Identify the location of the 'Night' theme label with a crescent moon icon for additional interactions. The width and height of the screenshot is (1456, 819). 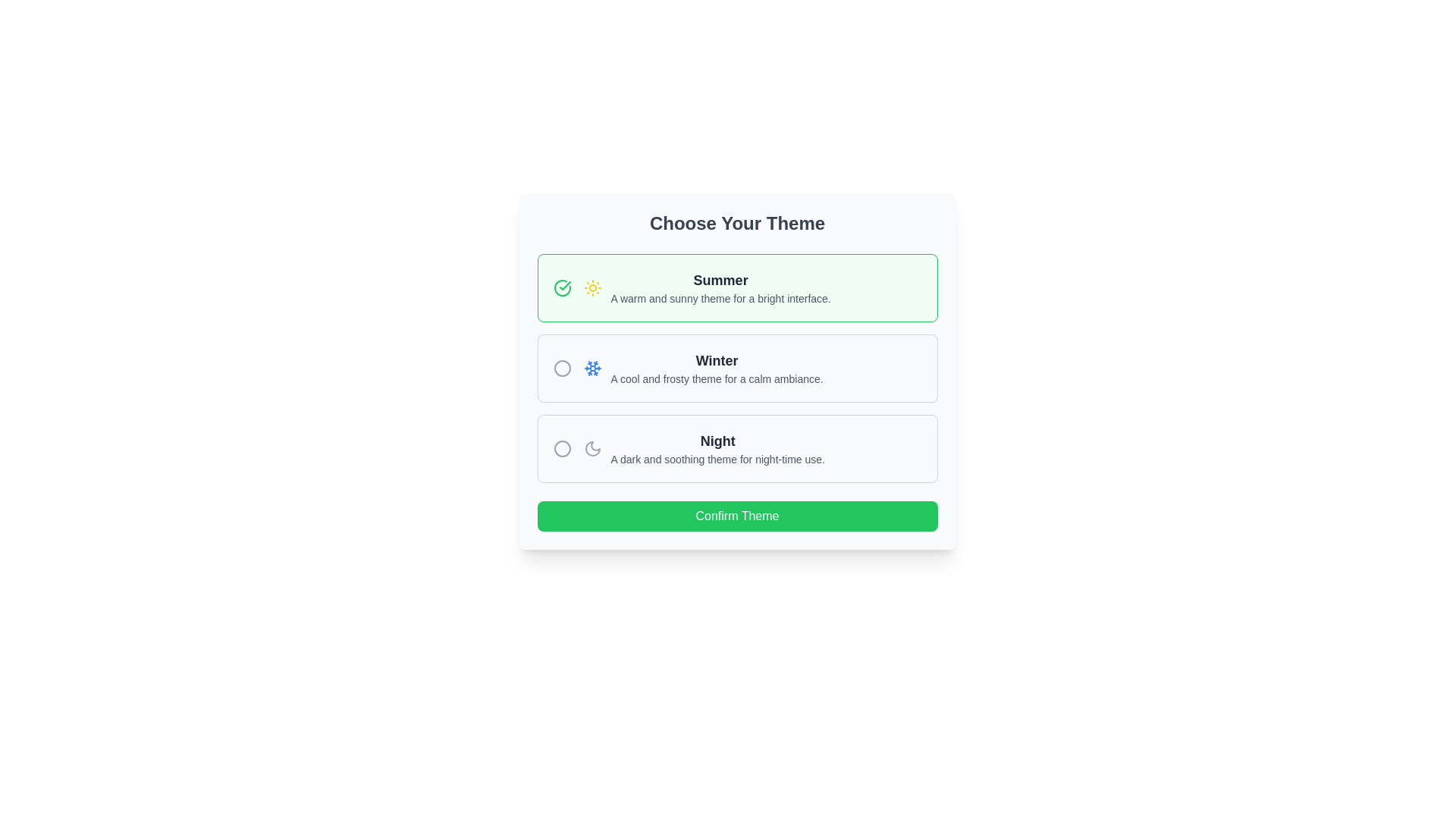
(703, 447).